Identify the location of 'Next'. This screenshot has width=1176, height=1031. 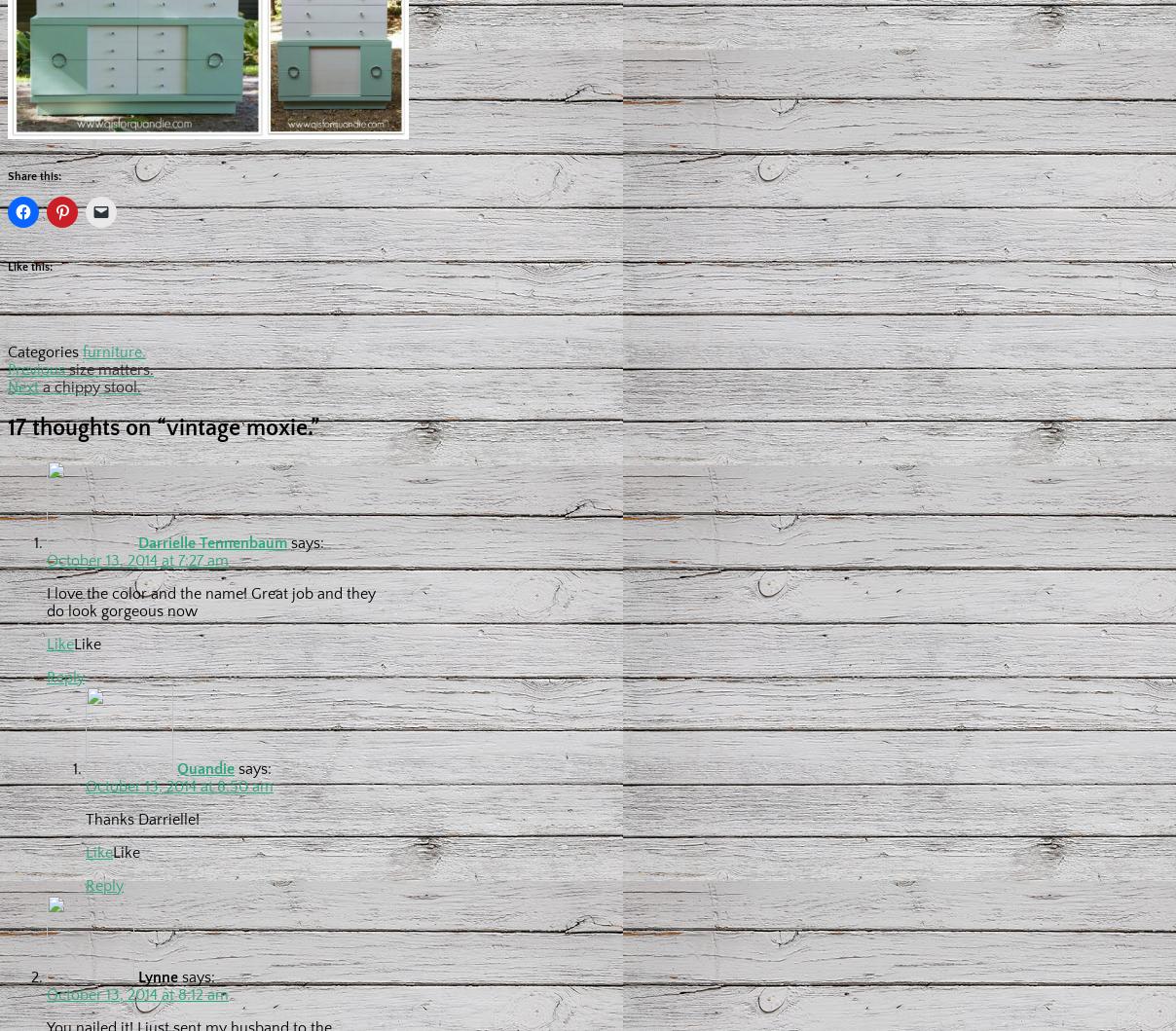
(22, 386).